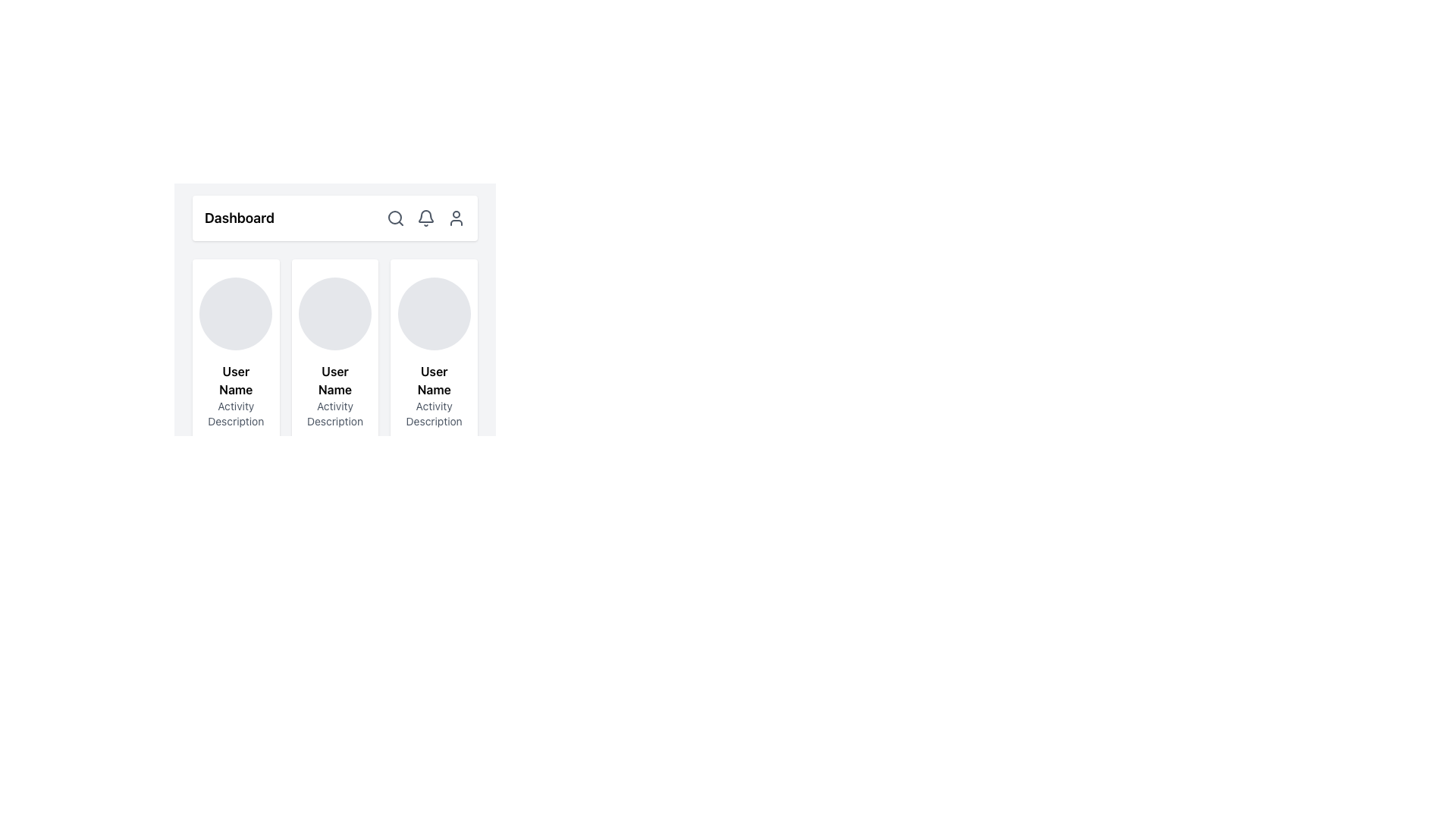  What do you see at coordinates (239, 218) in the screenshot?
I see `the 'Dashboard' text label, which serves as an indicator of the current section within the application` at bounding box center [239, 218].